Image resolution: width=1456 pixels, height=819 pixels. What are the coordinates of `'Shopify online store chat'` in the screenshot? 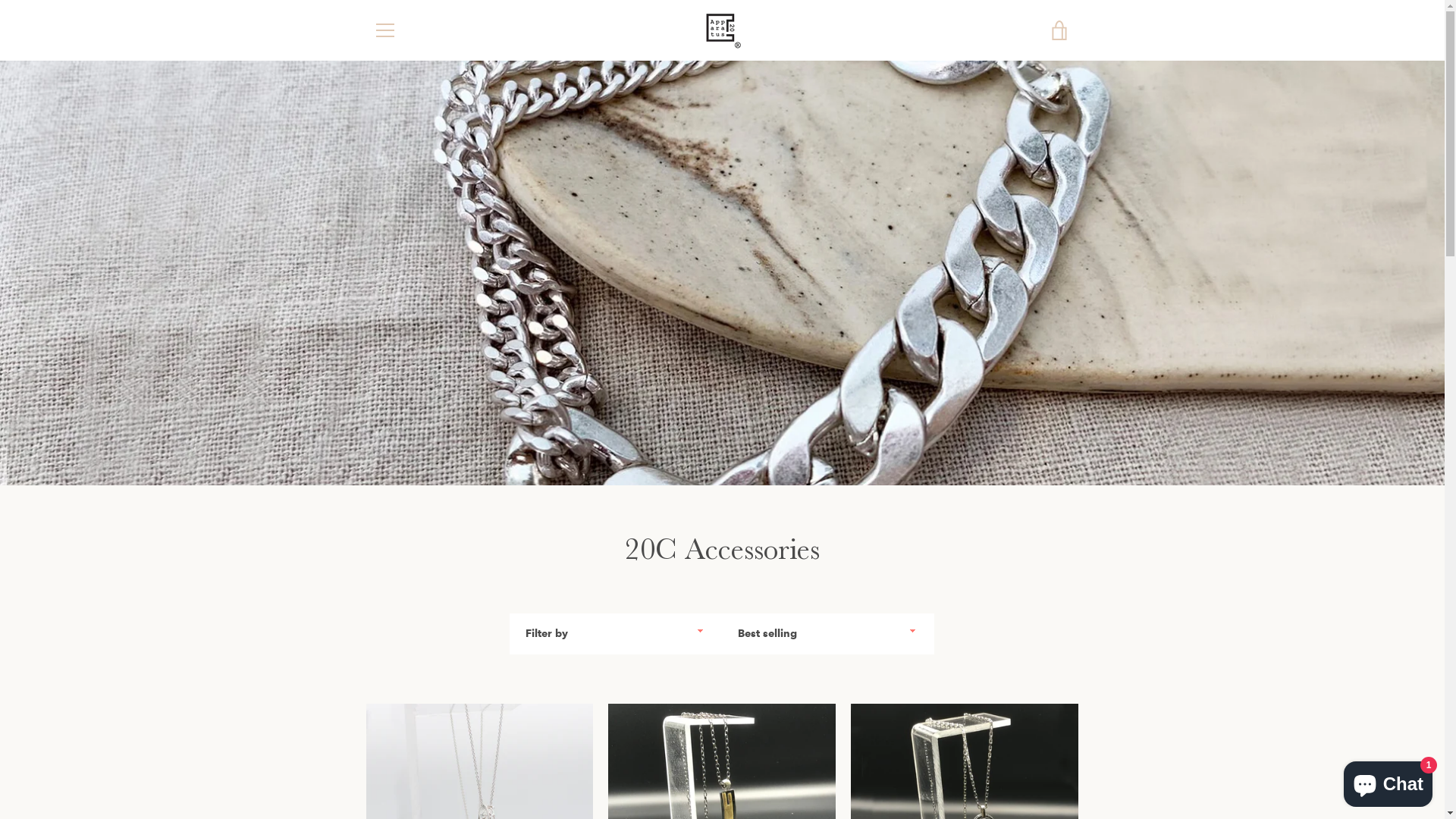 It's located at (1388, 780).